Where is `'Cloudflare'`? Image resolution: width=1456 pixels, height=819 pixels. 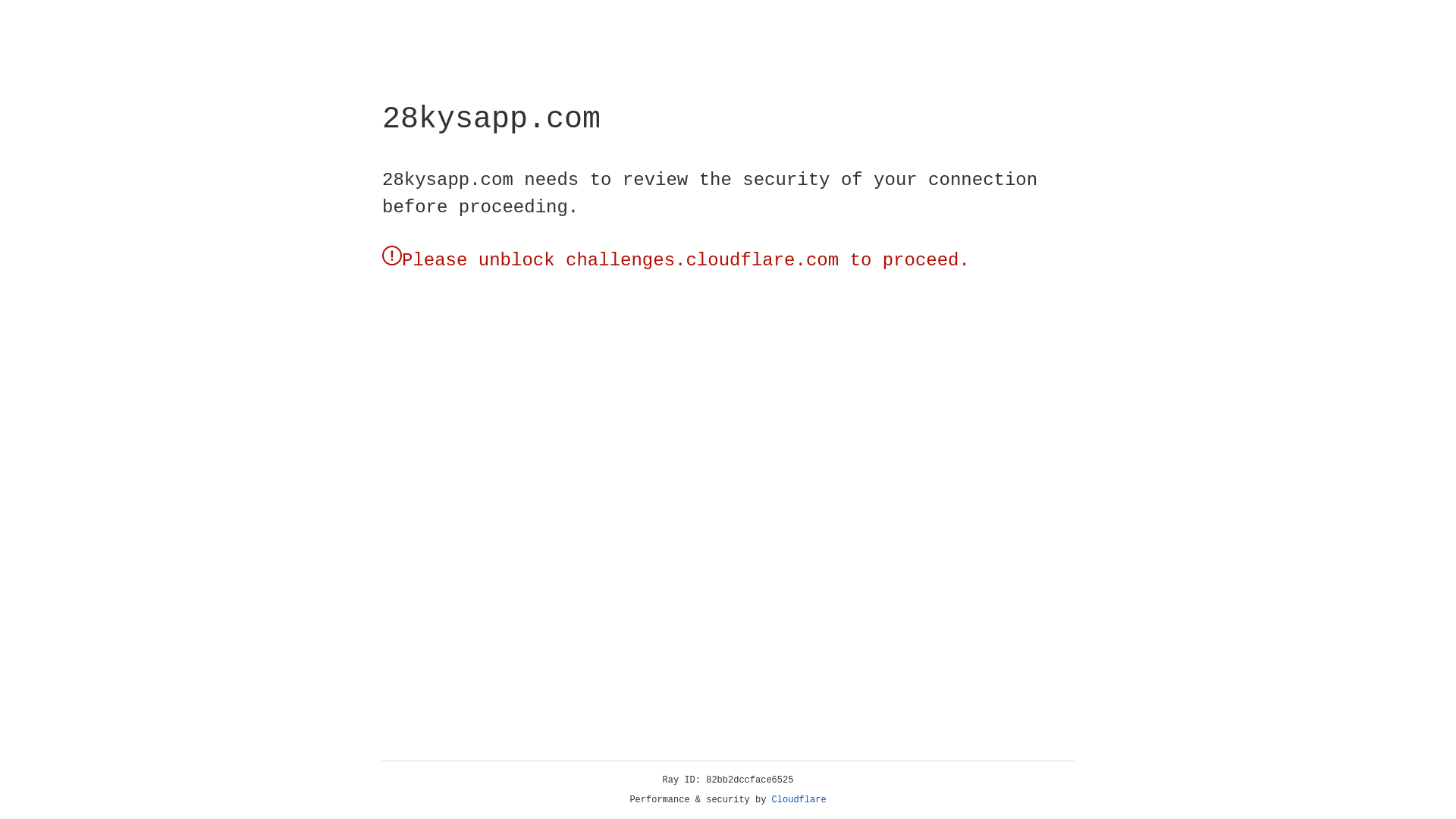 'Cloudflare' is located at coordinates (799, 799).